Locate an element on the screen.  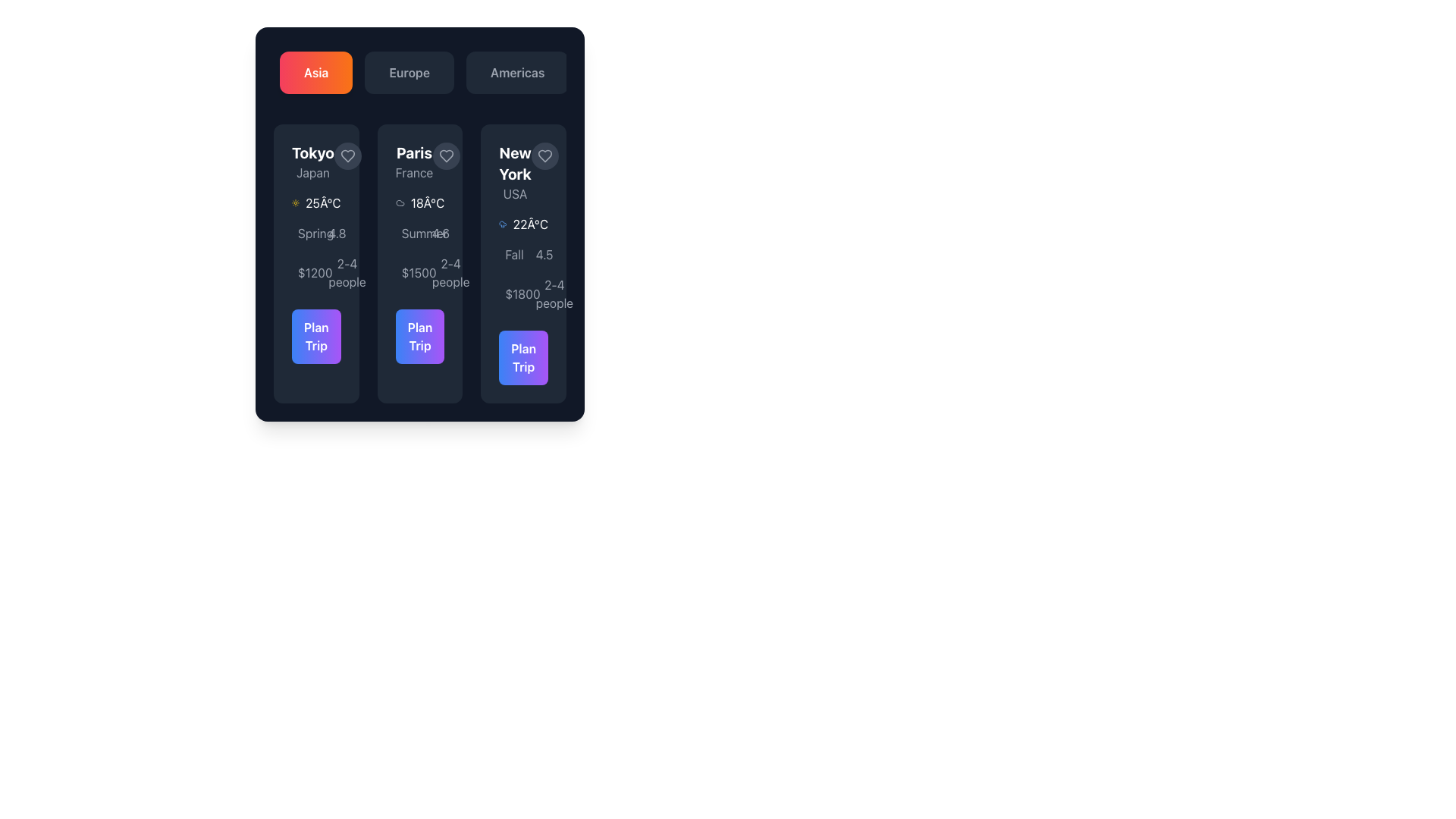
the text label displaying '2-4 people' in gray, which is located in the New York trip card, positioned just below the $1800 price and above the 'Plan Trip' button is located at coordinates (554, 294).